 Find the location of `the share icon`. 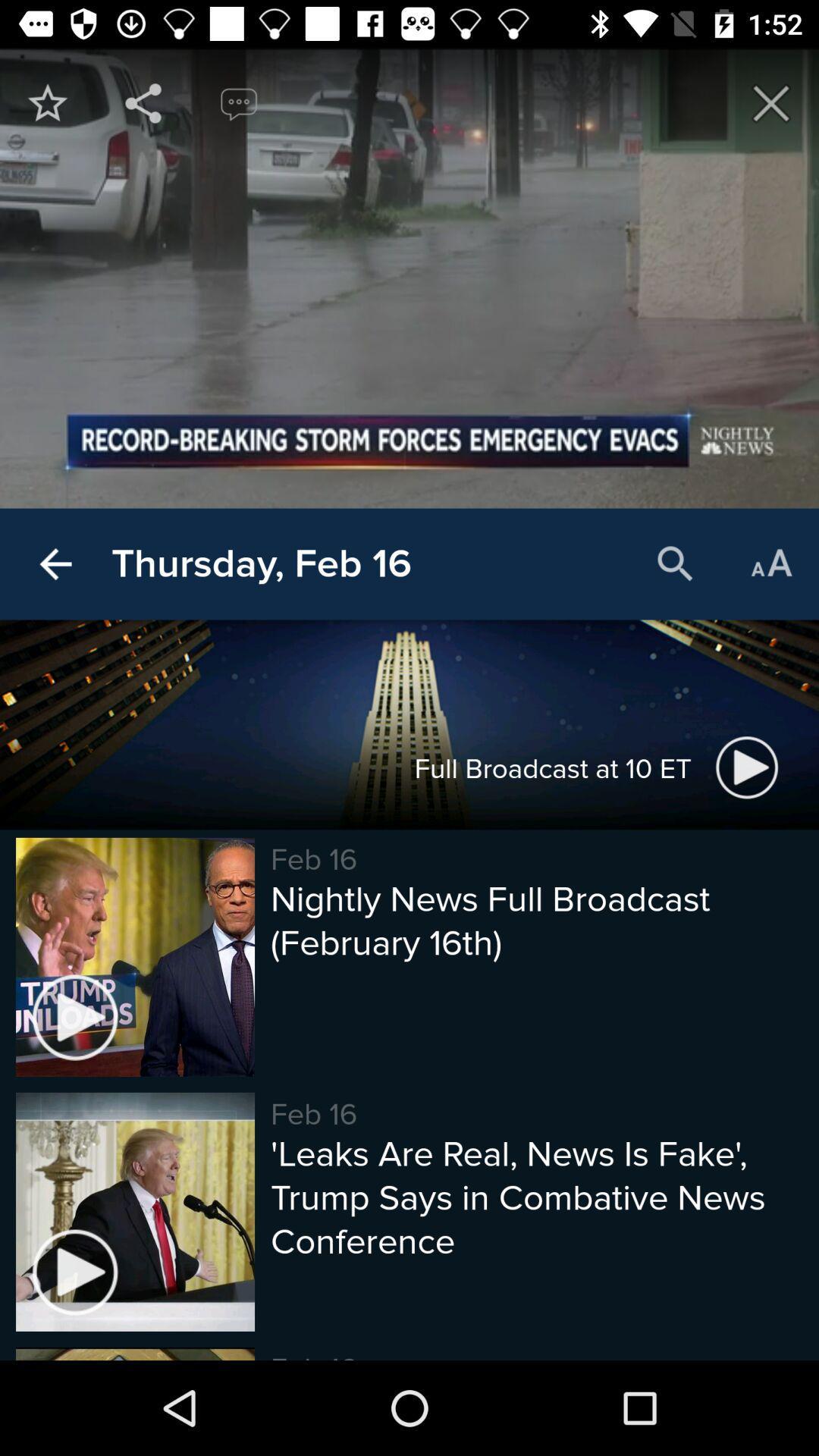

the share icon is located at coordinates (143, 102).